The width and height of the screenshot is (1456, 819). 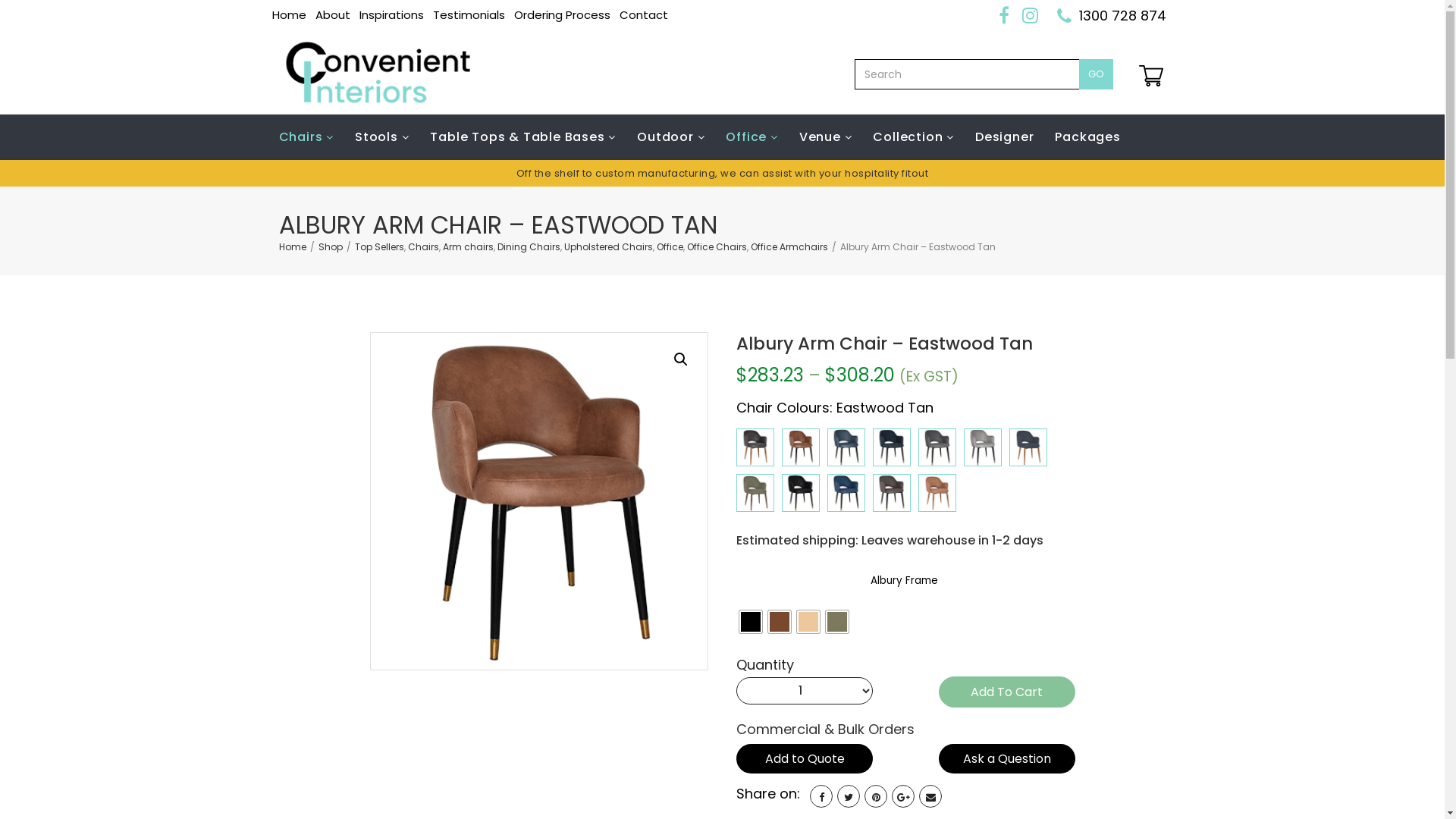 I want to click on 'Testimonials', so click(x=467, y=14).